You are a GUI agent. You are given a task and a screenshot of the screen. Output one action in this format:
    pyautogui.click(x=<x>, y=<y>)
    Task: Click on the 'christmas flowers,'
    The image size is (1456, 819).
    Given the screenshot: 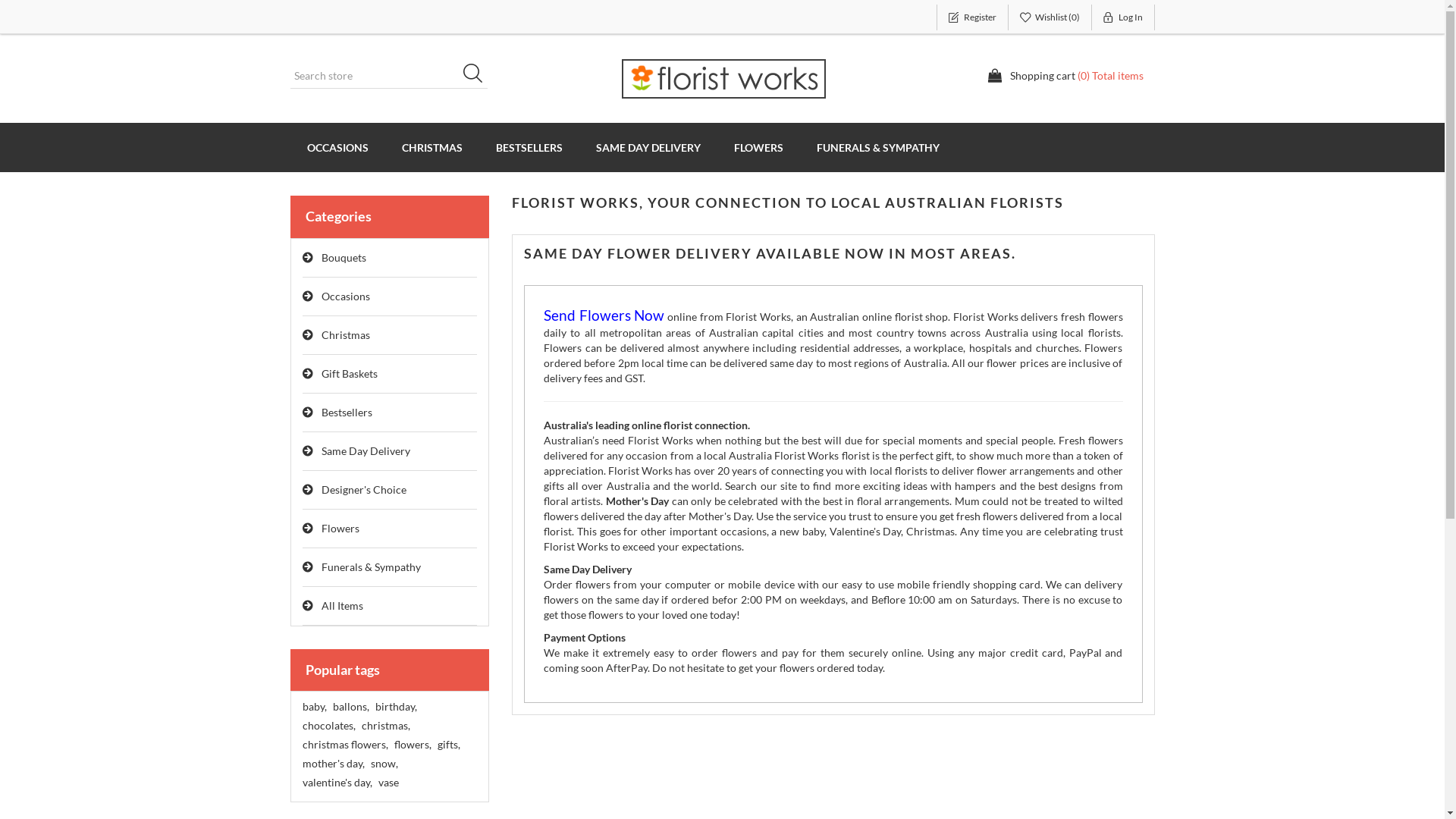 What is the action you would take?
    pyautogui.click(x=344, y=744)
    